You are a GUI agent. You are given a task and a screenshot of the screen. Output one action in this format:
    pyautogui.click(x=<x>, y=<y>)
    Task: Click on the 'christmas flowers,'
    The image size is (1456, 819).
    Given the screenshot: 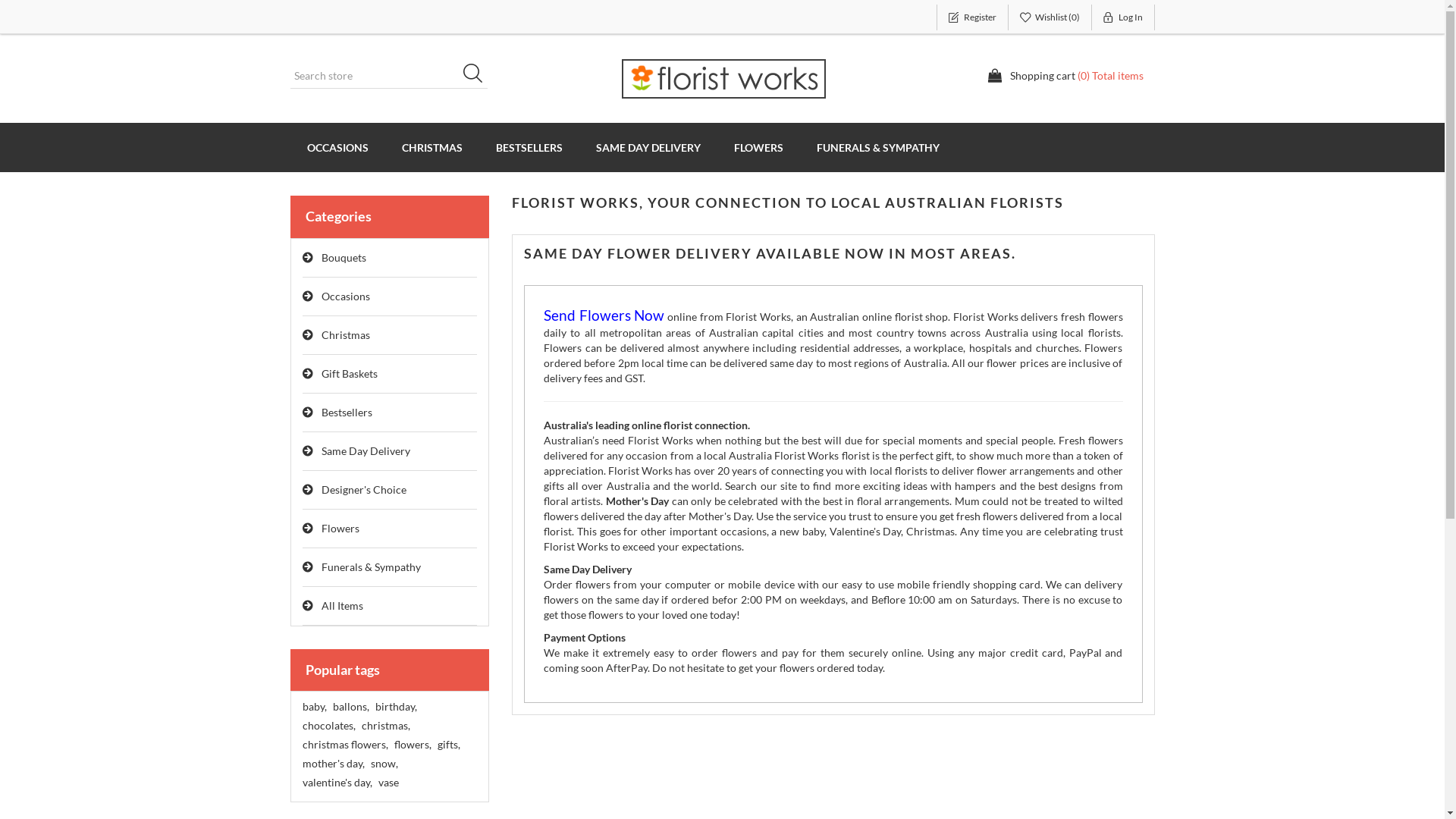 What is the action you would take?
    pyautogui.click(x=344, y=744)
    